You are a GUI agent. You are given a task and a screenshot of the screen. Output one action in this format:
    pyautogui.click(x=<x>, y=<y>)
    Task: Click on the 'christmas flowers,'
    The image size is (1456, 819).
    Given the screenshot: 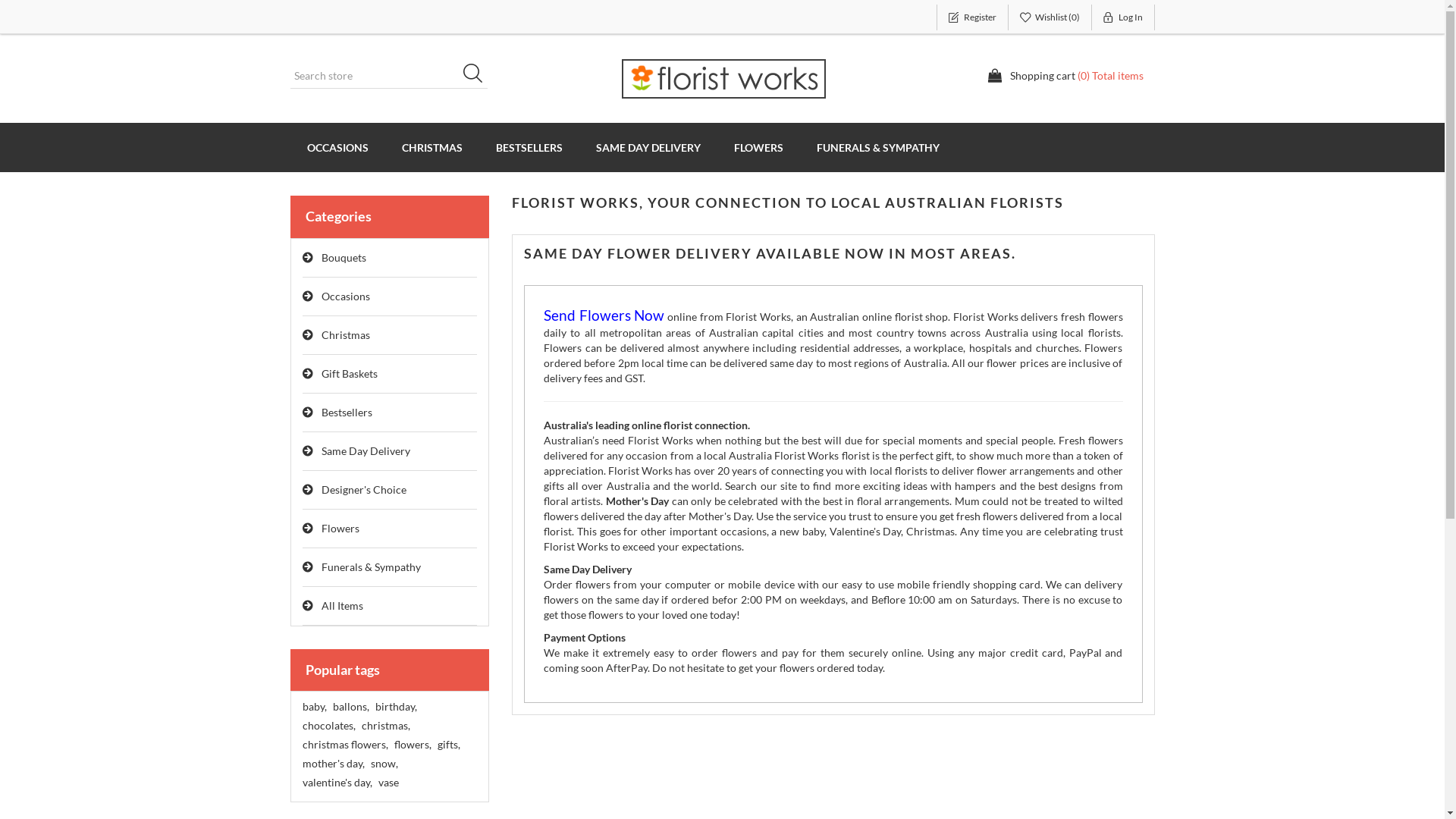 What is the action you would take?
    pyautogui.click(x=344, y=744)
    